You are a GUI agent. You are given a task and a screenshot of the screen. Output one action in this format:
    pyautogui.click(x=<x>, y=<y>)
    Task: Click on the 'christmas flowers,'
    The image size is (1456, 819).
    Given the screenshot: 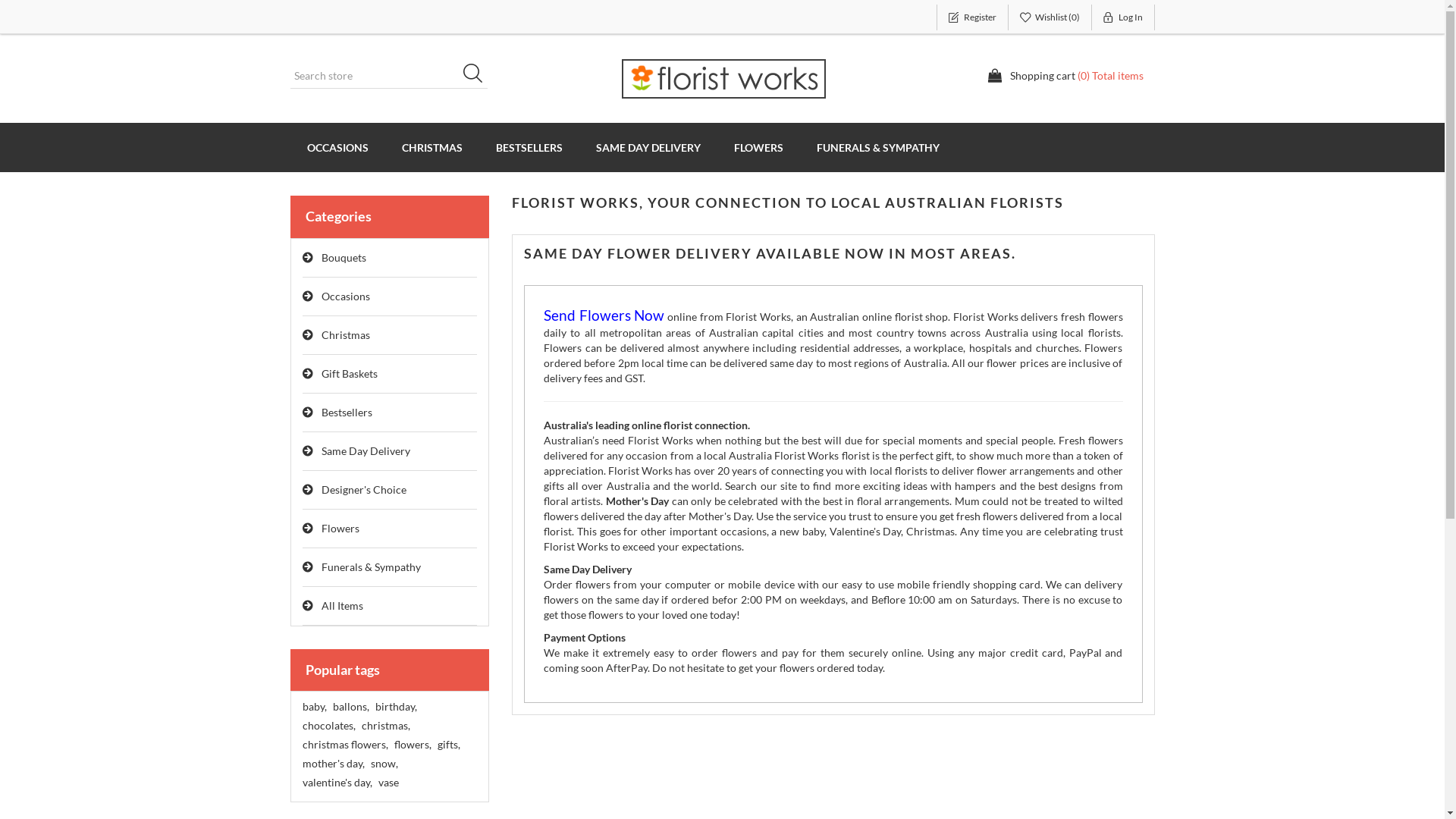 What is the action you would take?
    pyautogui.click(x=344, y=744)
    